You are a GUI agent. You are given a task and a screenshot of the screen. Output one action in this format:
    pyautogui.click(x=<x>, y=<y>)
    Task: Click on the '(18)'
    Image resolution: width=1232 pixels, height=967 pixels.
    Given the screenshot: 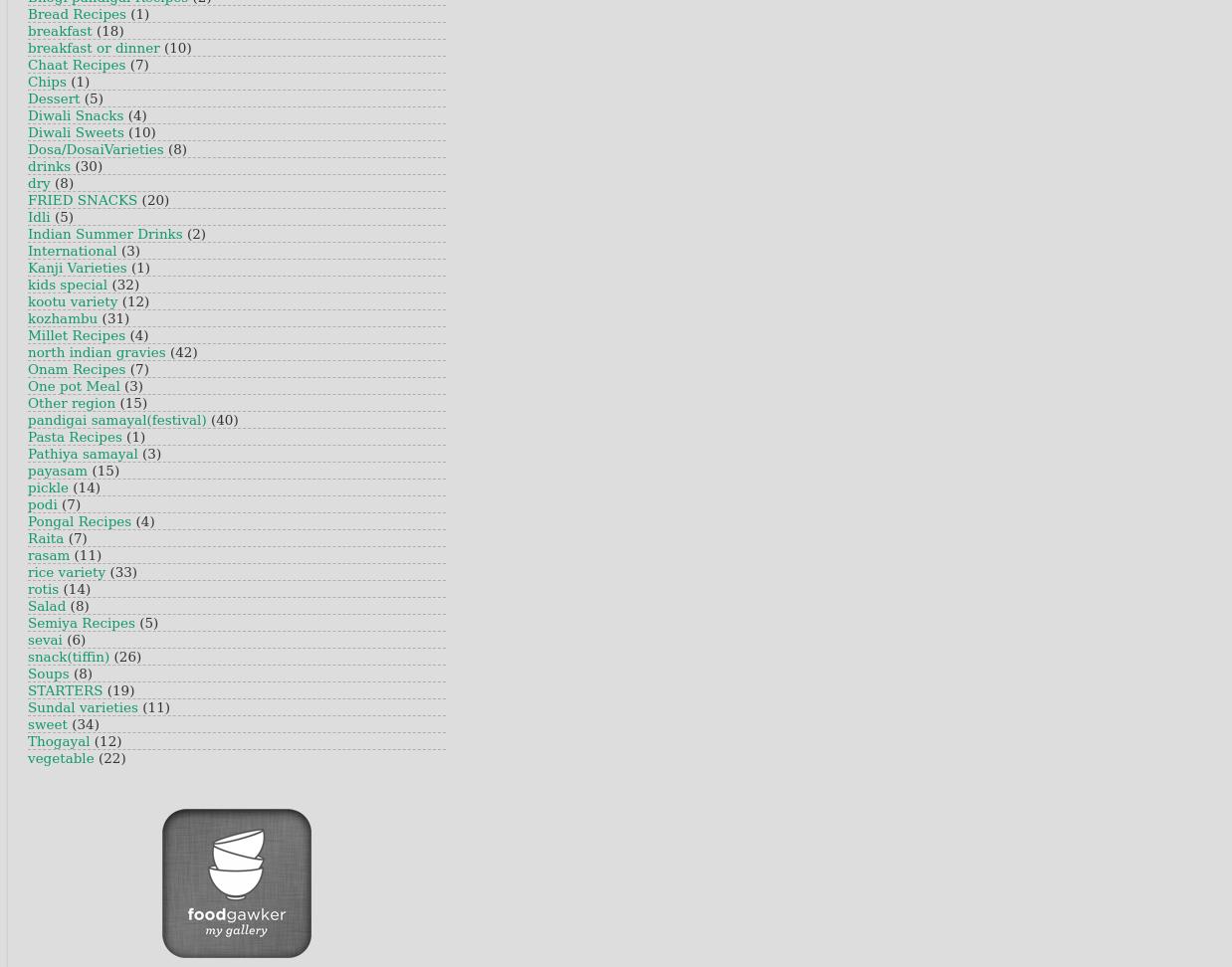 What is the action you would take?
    pyautogui.click(x=109, y=31)
    